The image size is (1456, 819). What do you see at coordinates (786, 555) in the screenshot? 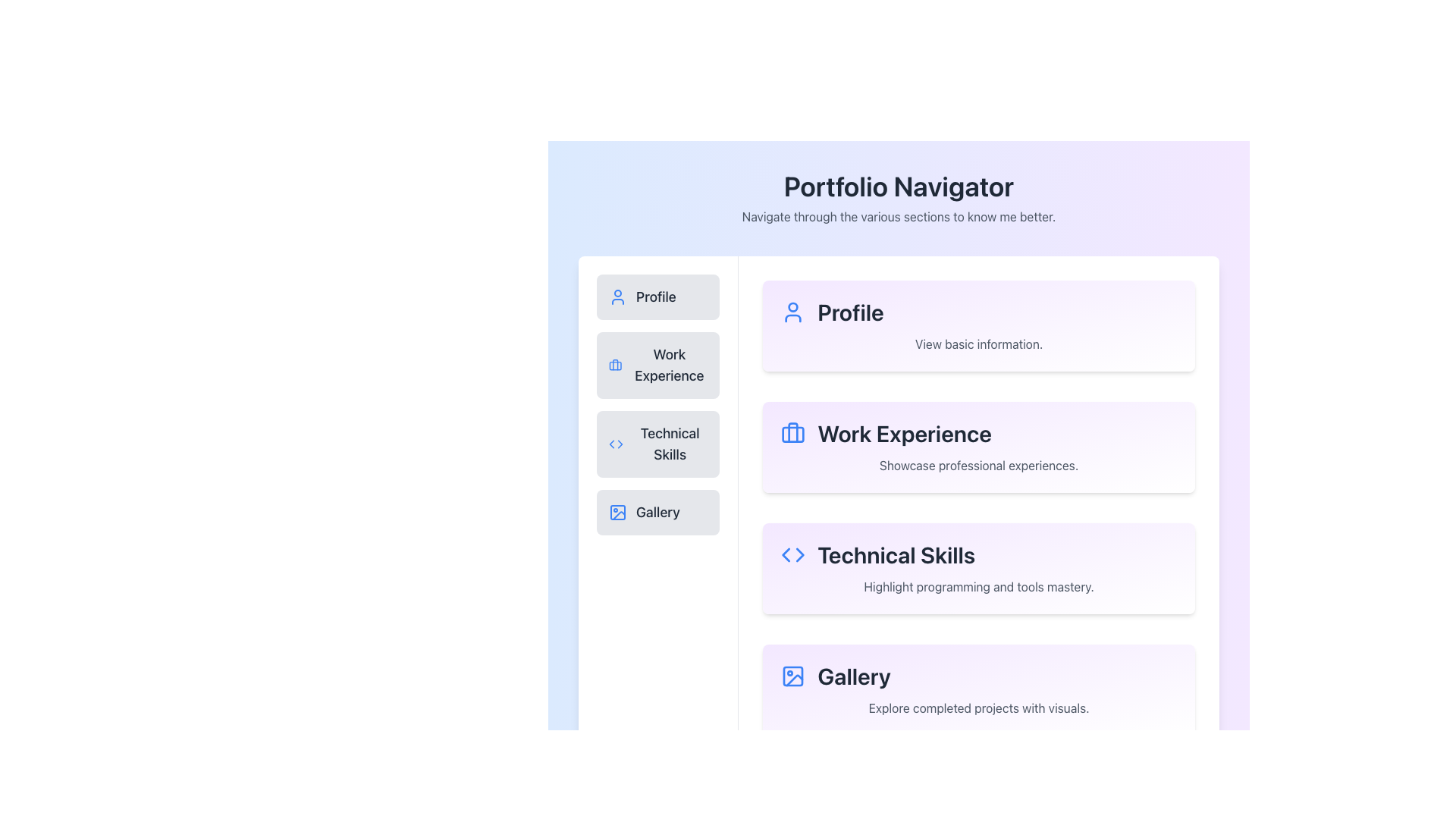
I see `the left arrowhead SVG icon in the sidebar next to the 'Technical Skills' section` at bounding box center [786, 555].